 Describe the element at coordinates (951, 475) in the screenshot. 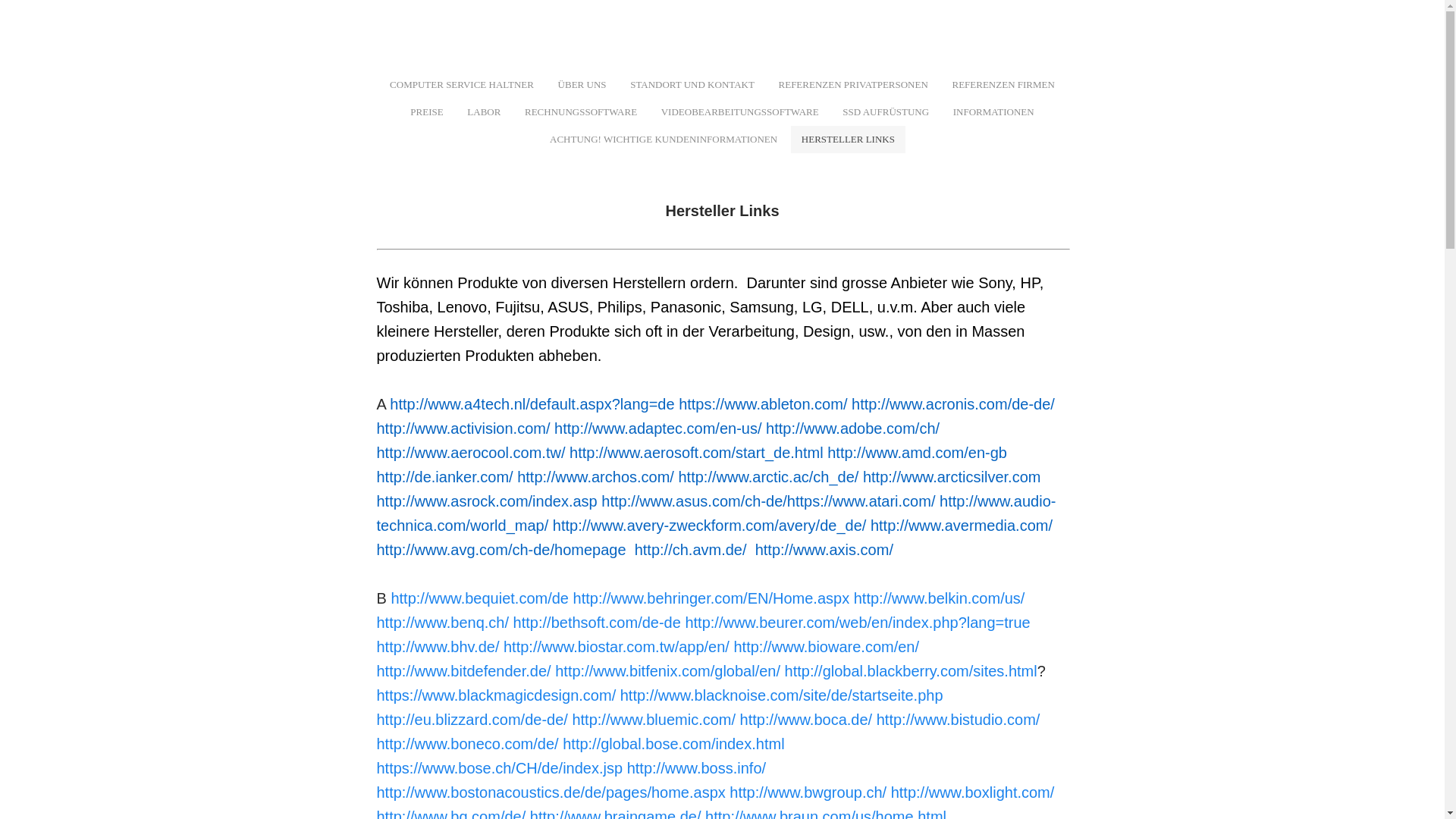

I see `'http://www.arcticsilver.com'` at that location.